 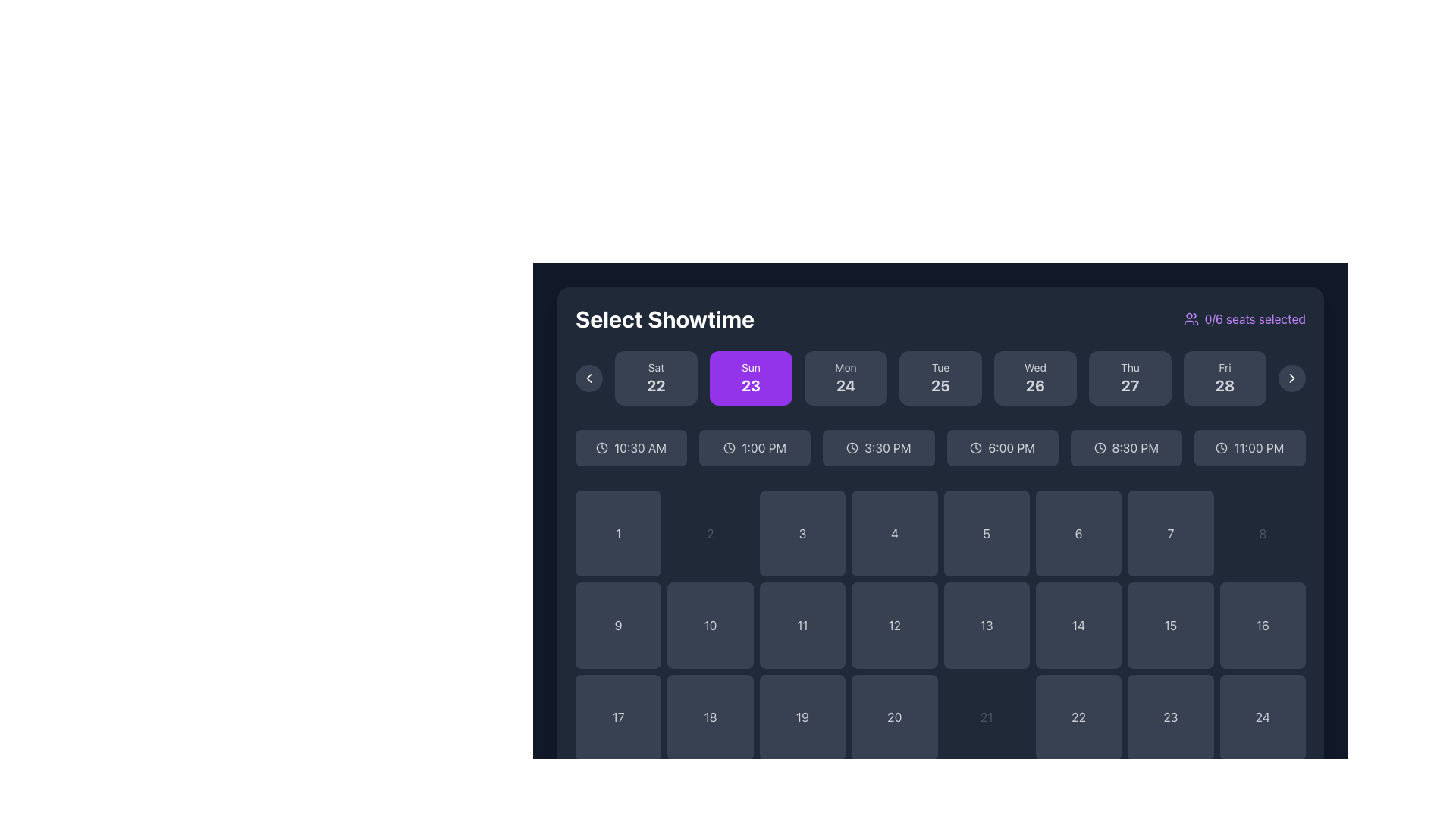 What do you see at coordinates (1222, 447) in the screenshot?
I see `the SVG circle element that is part of the clock icon, located in the 11:00 PM time slot section` at bounding box center [1222, 447].